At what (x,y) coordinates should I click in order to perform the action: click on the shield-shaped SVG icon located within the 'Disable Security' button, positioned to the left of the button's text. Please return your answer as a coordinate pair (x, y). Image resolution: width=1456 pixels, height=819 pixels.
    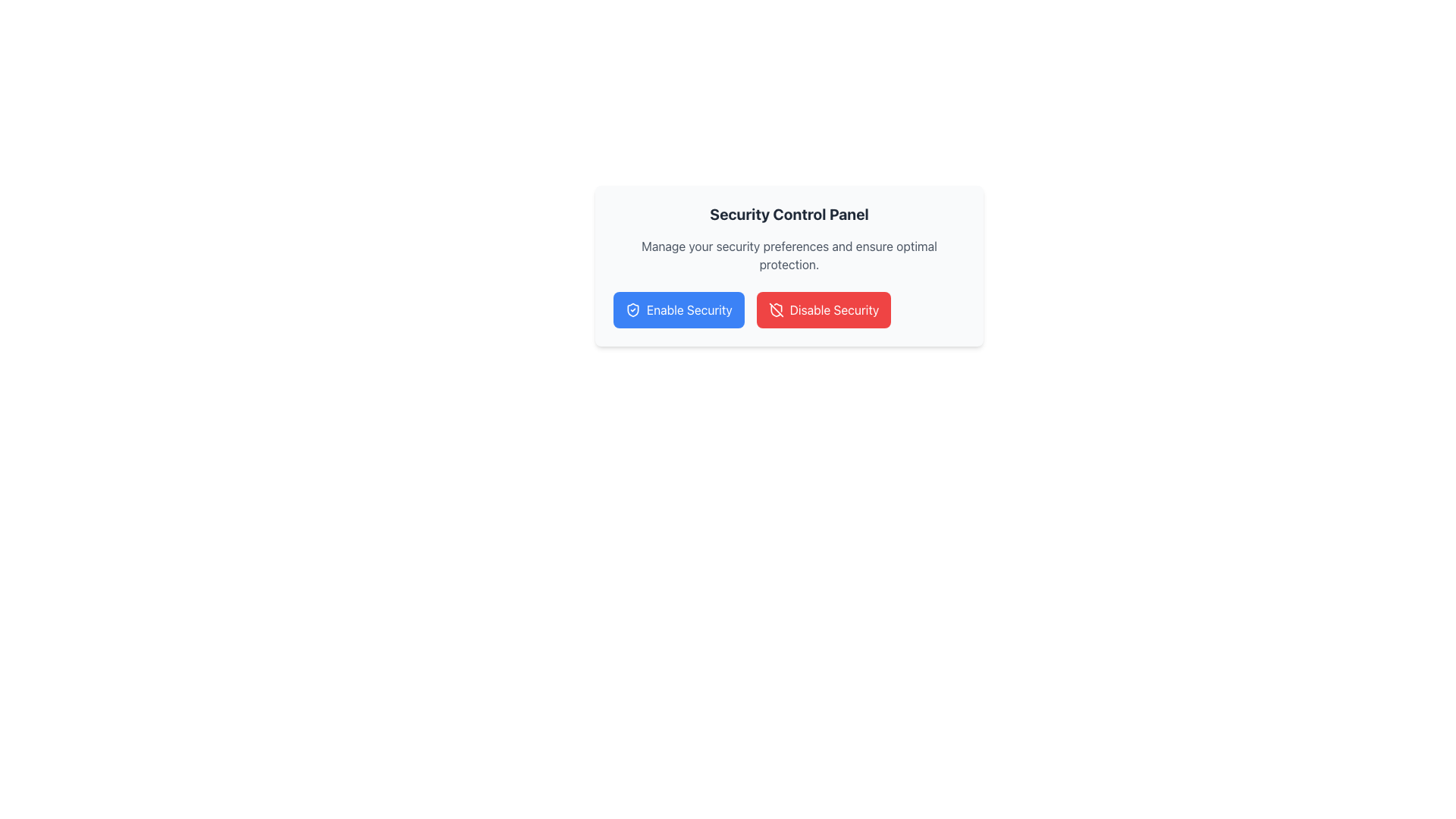
    Looking at the image, I should click on (776, 309).